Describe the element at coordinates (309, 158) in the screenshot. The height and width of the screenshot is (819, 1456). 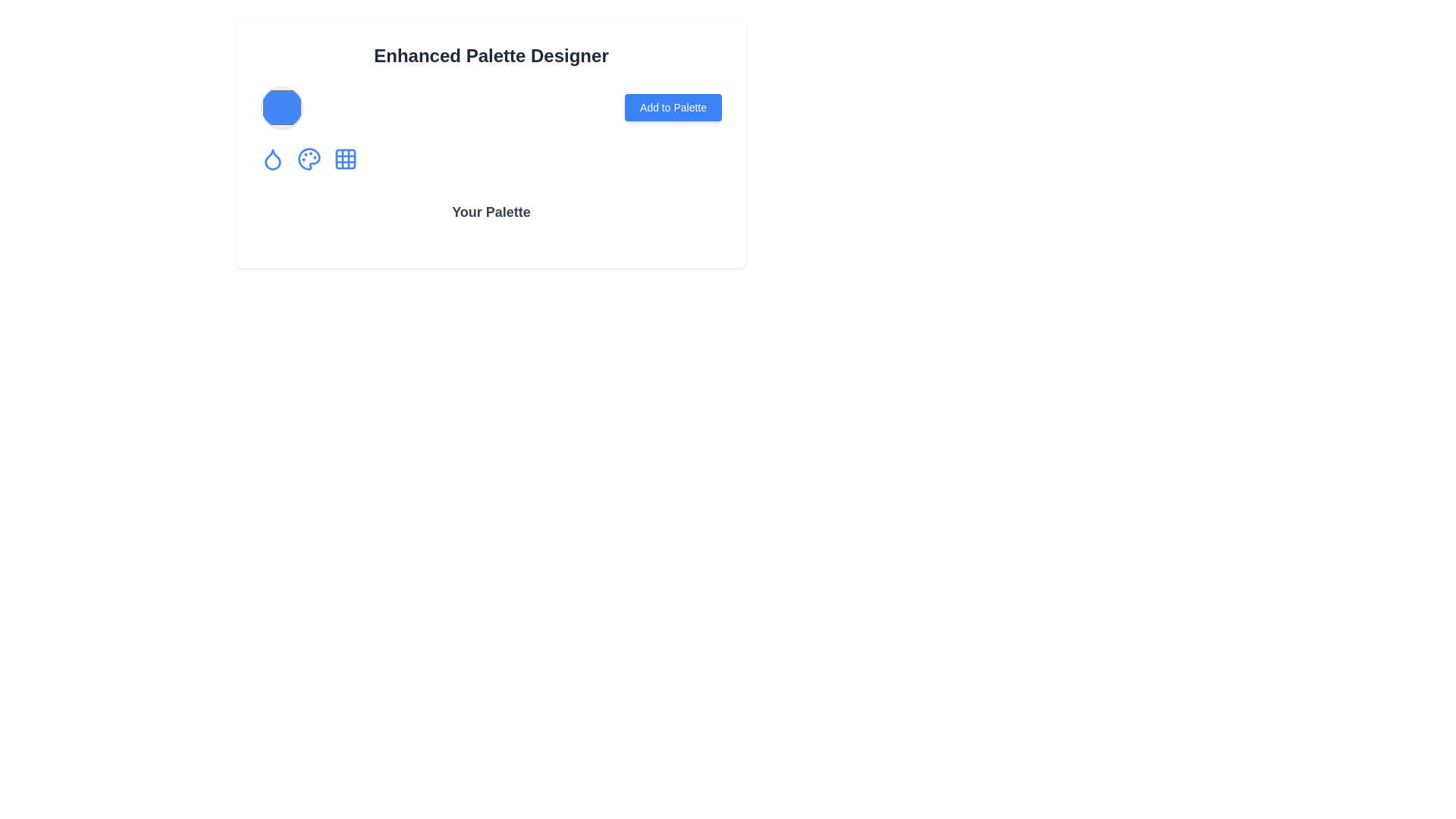
I see `the blue palette icon with a paint palette shape and colorful paint spots in the center of the UI to interact or trigger an action` at that location.